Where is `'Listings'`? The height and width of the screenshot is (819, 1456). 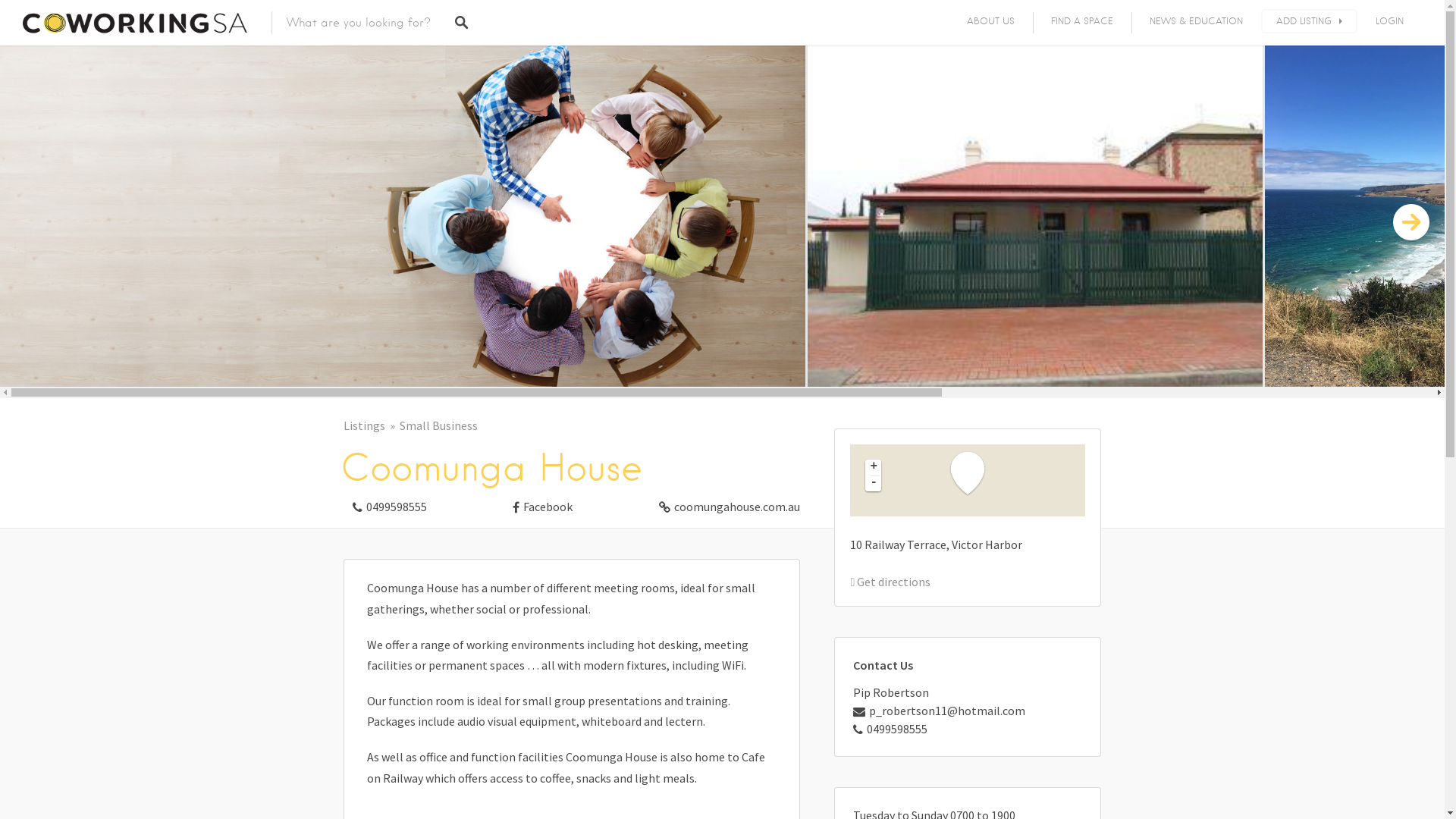
'Listings' is located at coordinates (371, 425).